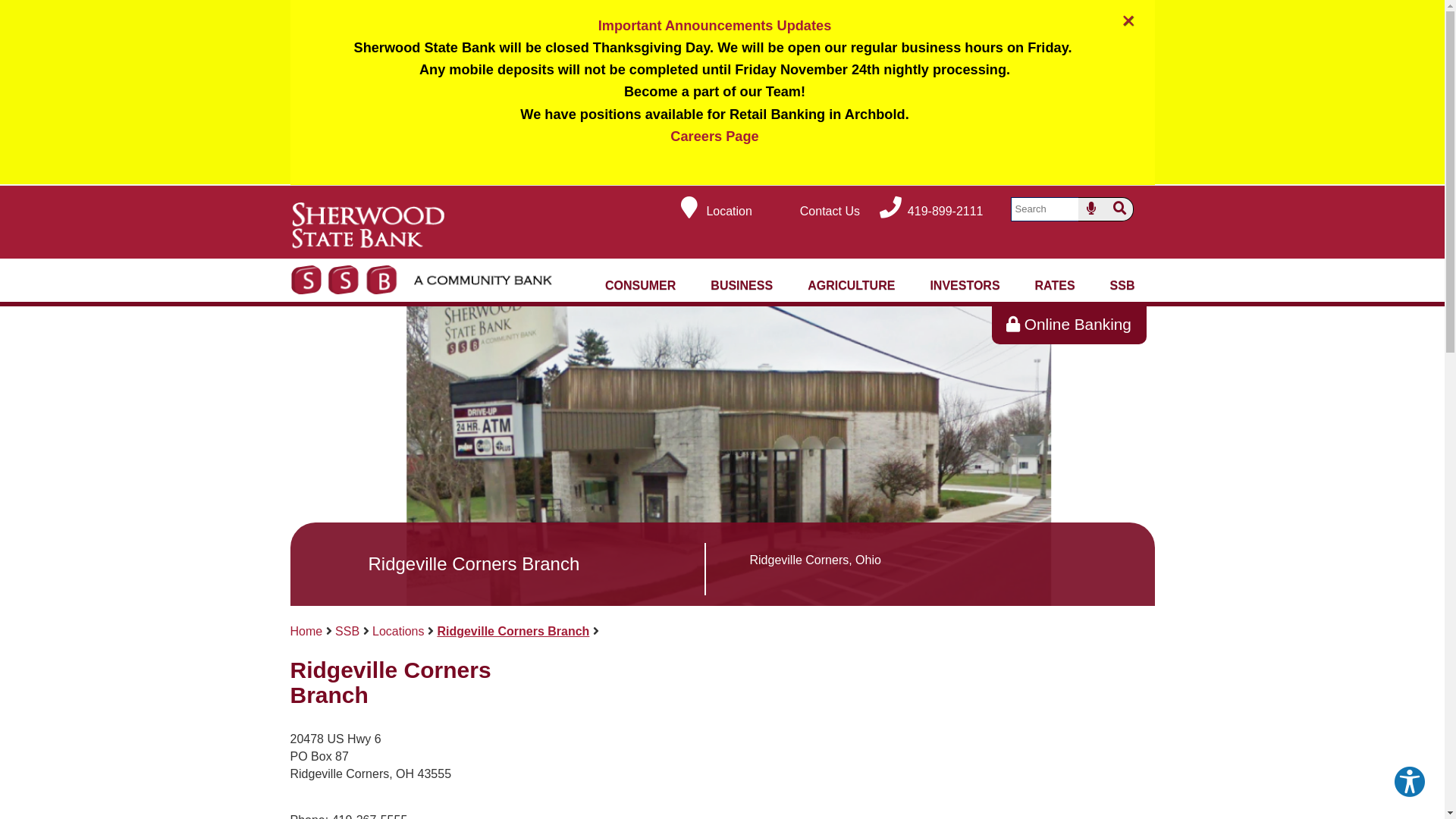 This screenshot has width=1456, height=819. I want to click on 'RATES', so click(1054, 286).